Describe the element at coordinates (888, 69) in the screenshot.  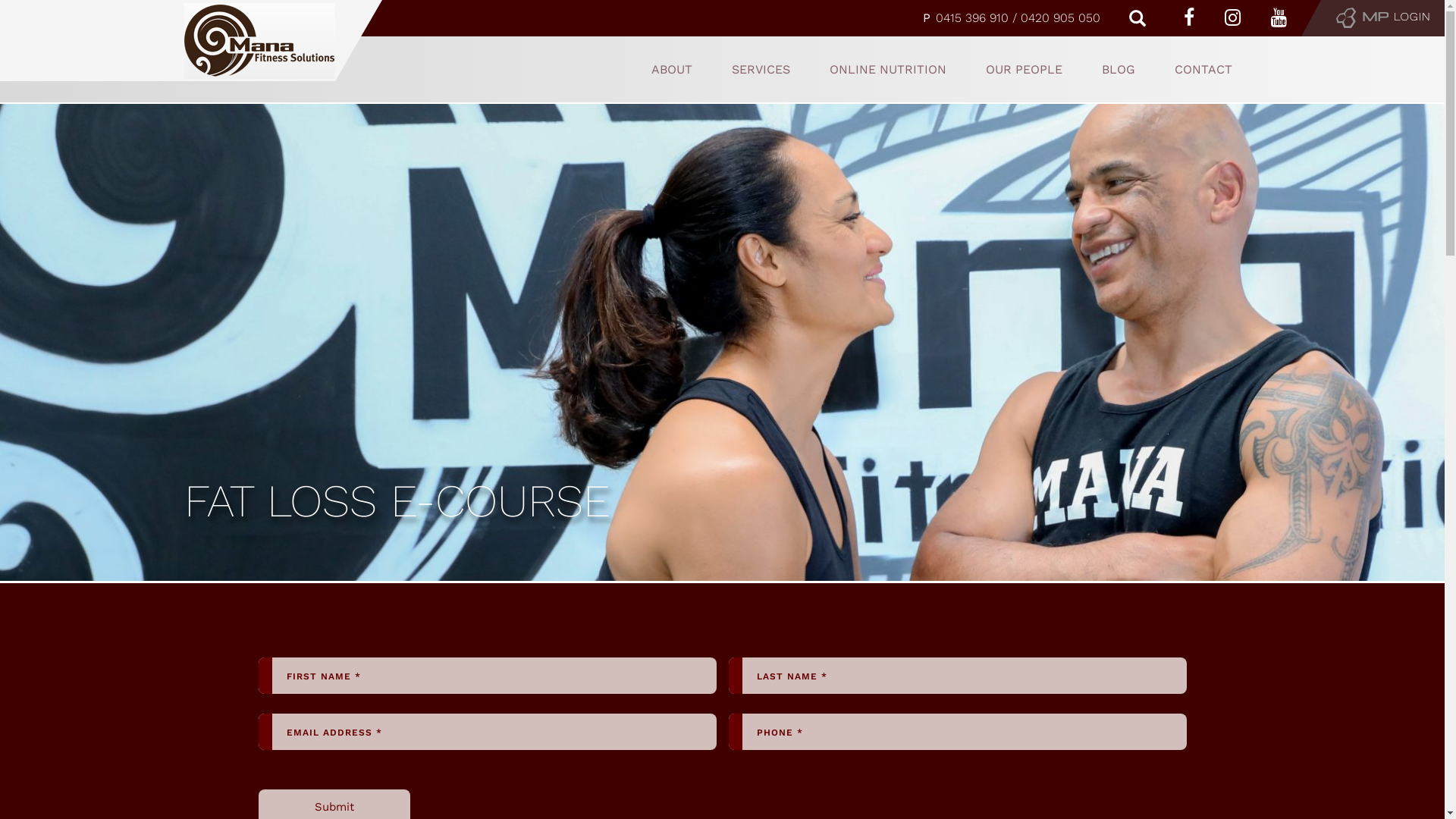
I see `'ONLINE NUTRITION'` at that location.